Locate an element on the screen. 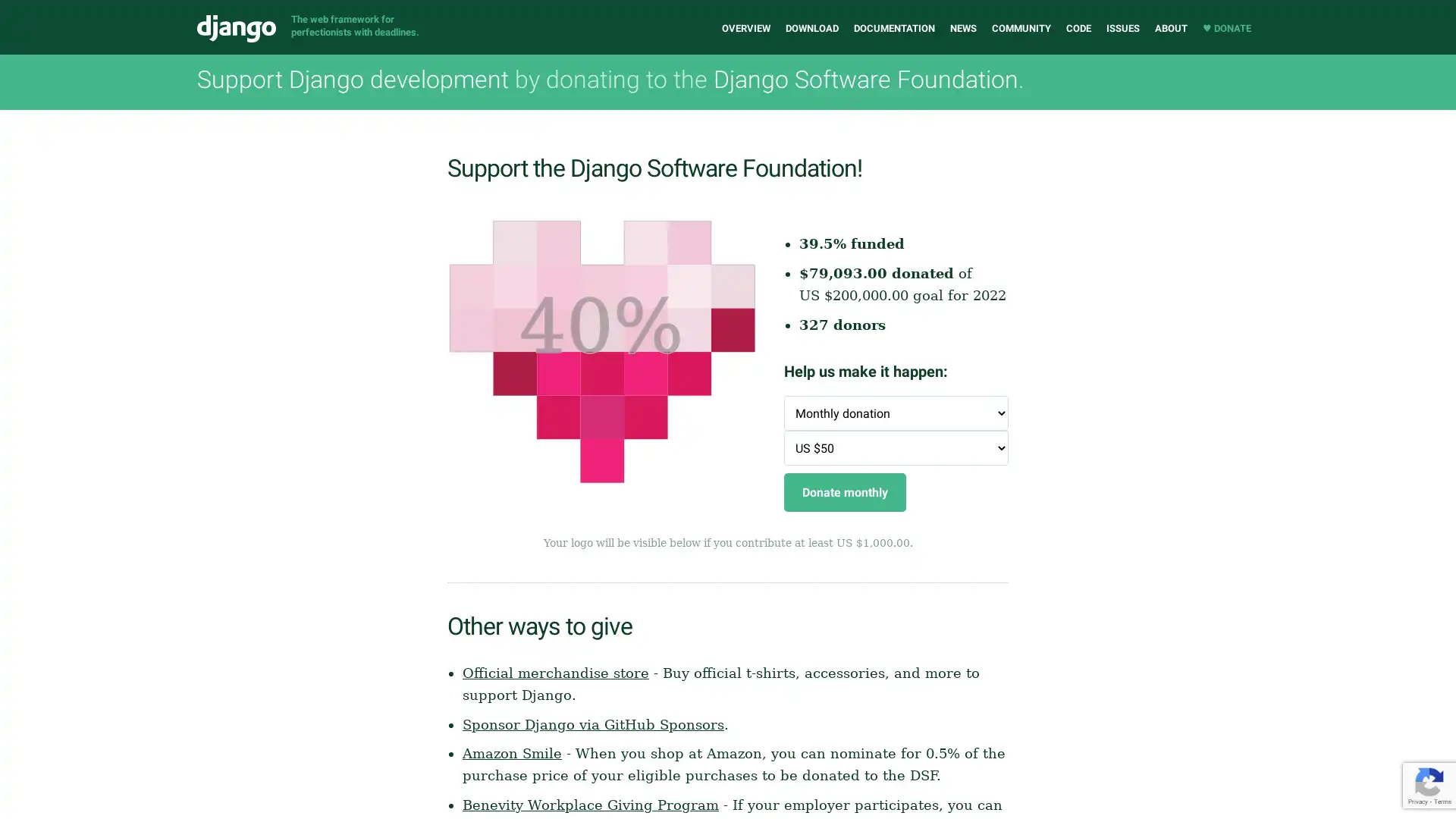 The image size is (1456, 819). Donate monthly is located at coordinates (844, 492).